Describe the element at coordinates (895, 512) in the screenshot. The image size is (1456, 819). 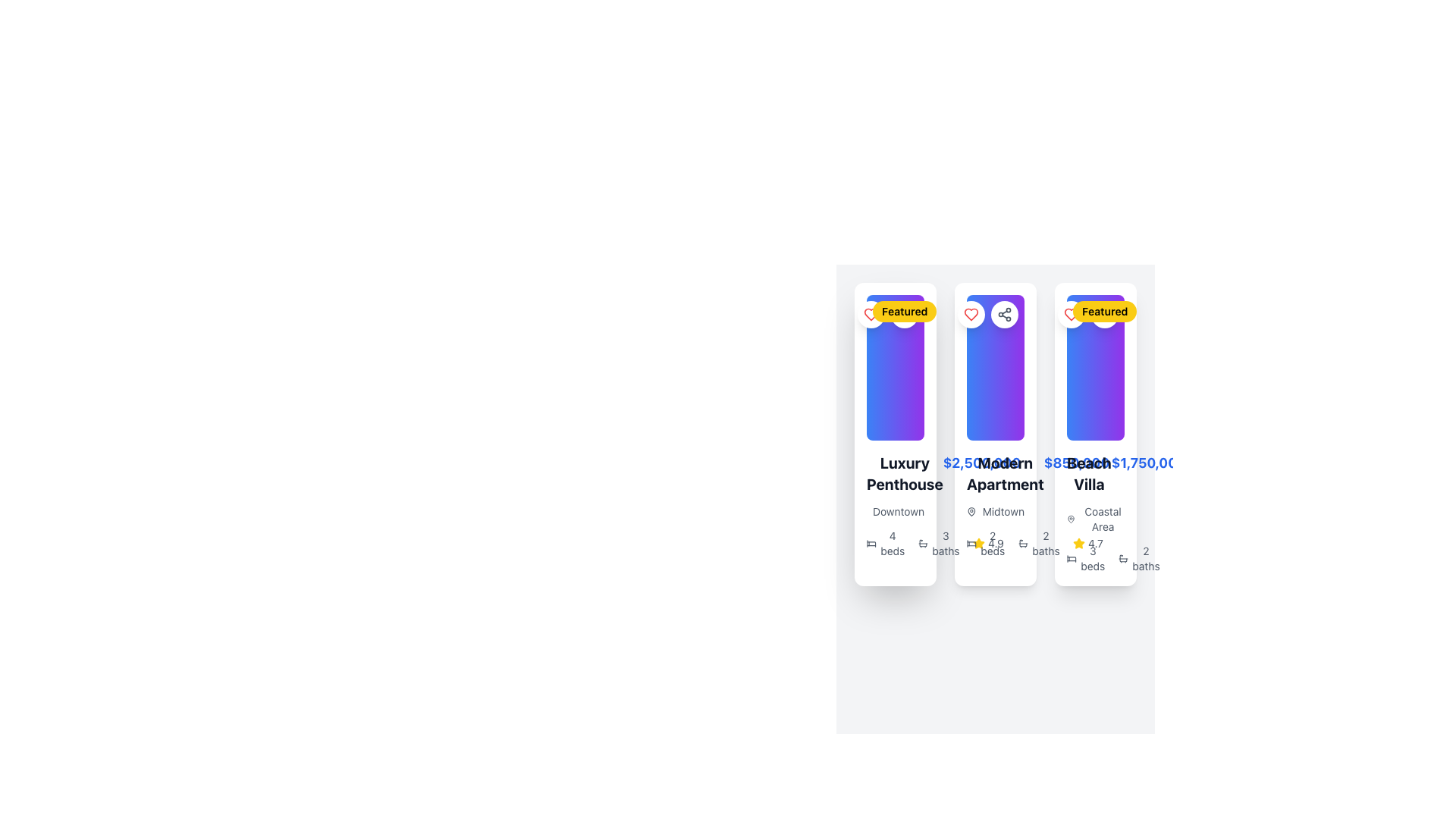
I see `the static text label indicating the geographical location associated with the listing item under the 'Luxury Penthouse' title` at that location.